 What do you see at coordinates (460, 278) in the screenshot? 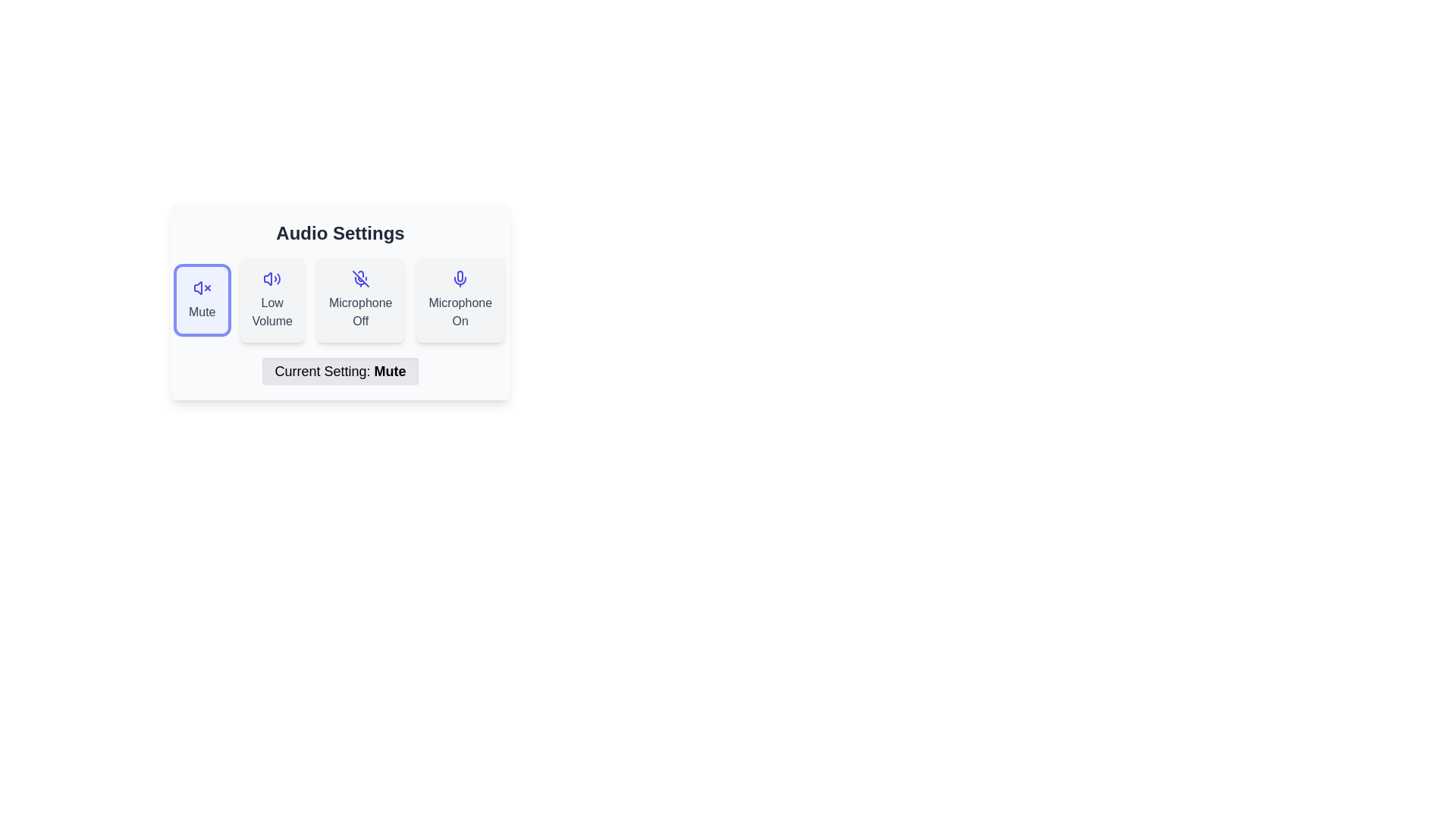
I see `the 'Microphone On' icon which indicates the microphone is active, located as the fourth button in a horizontal row of similar buttons` at bounding box center [460, 278].